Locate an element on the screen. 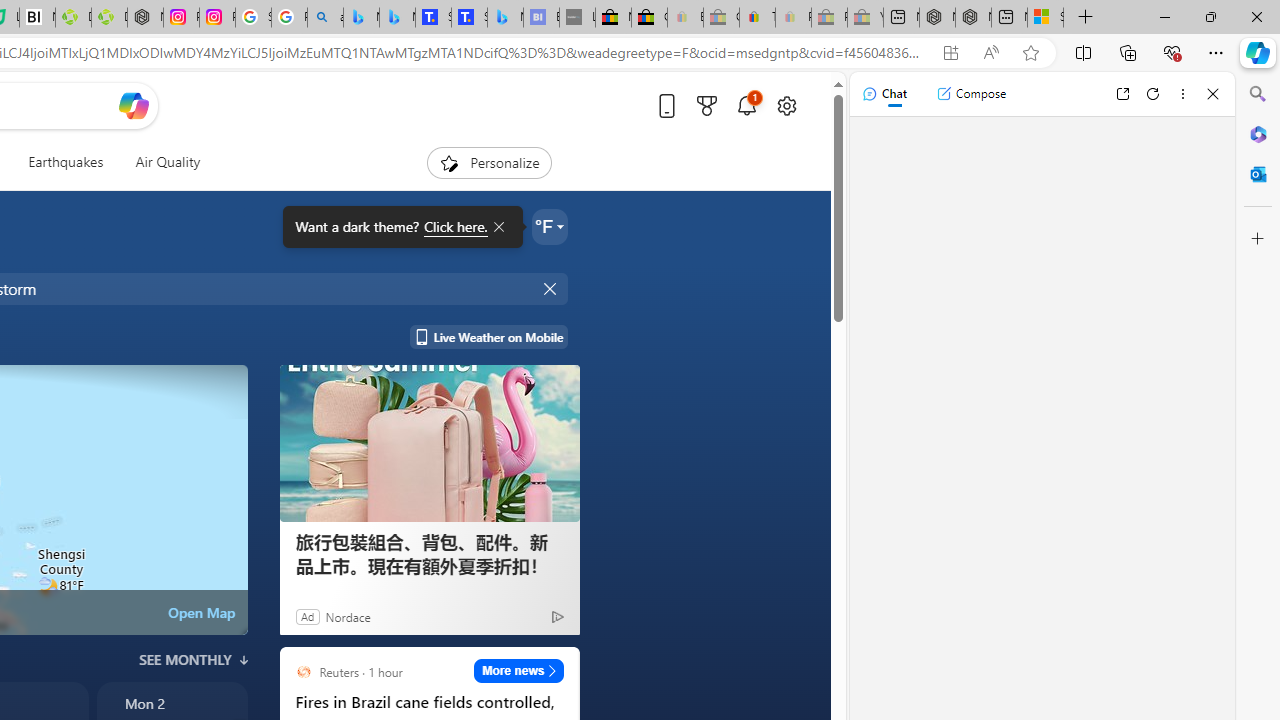  'Chat' is located at coordinates (883, 93).